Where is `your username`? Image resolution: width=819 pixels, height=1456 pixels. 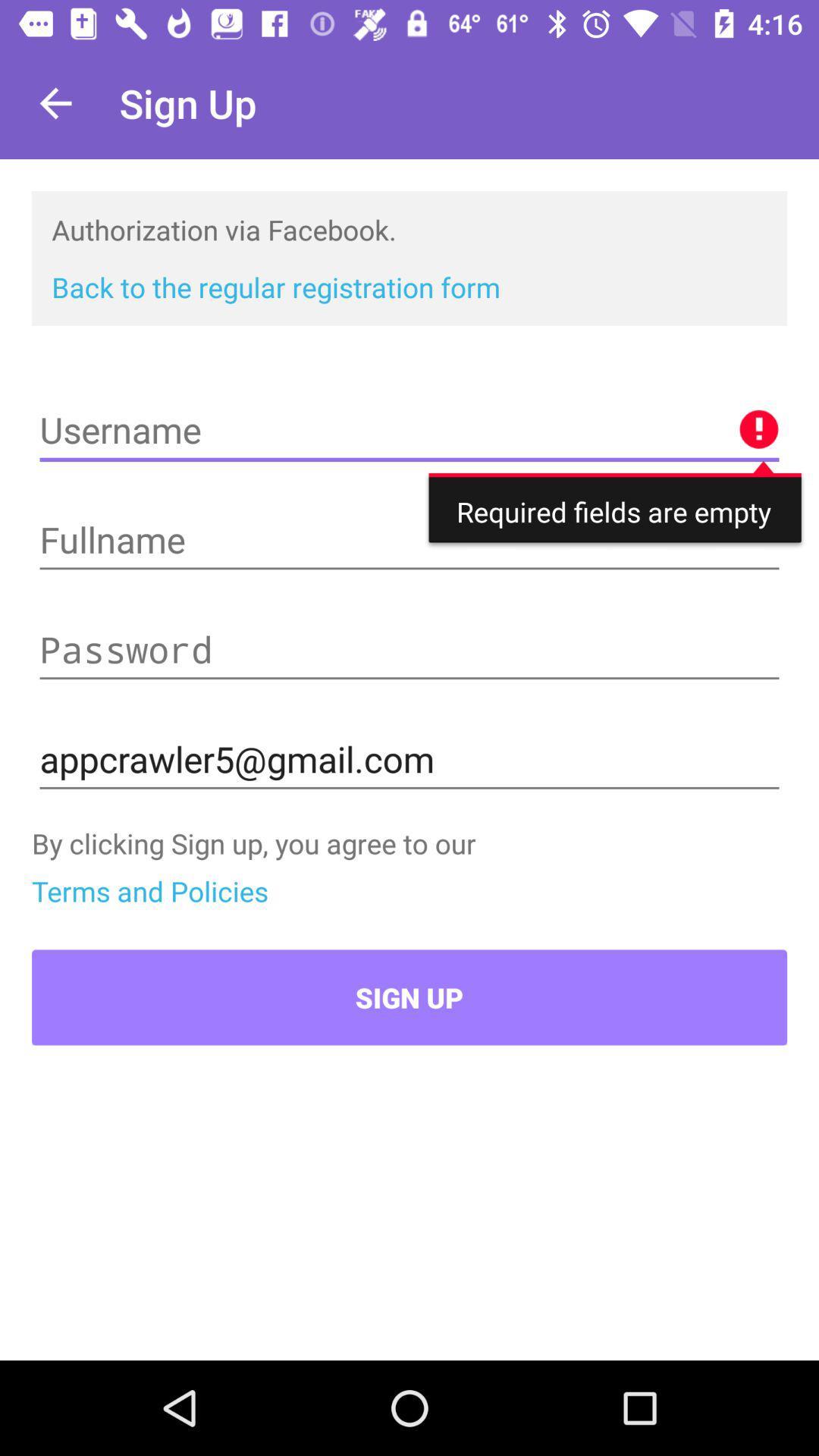 your username is located at coordinates (409, 429).